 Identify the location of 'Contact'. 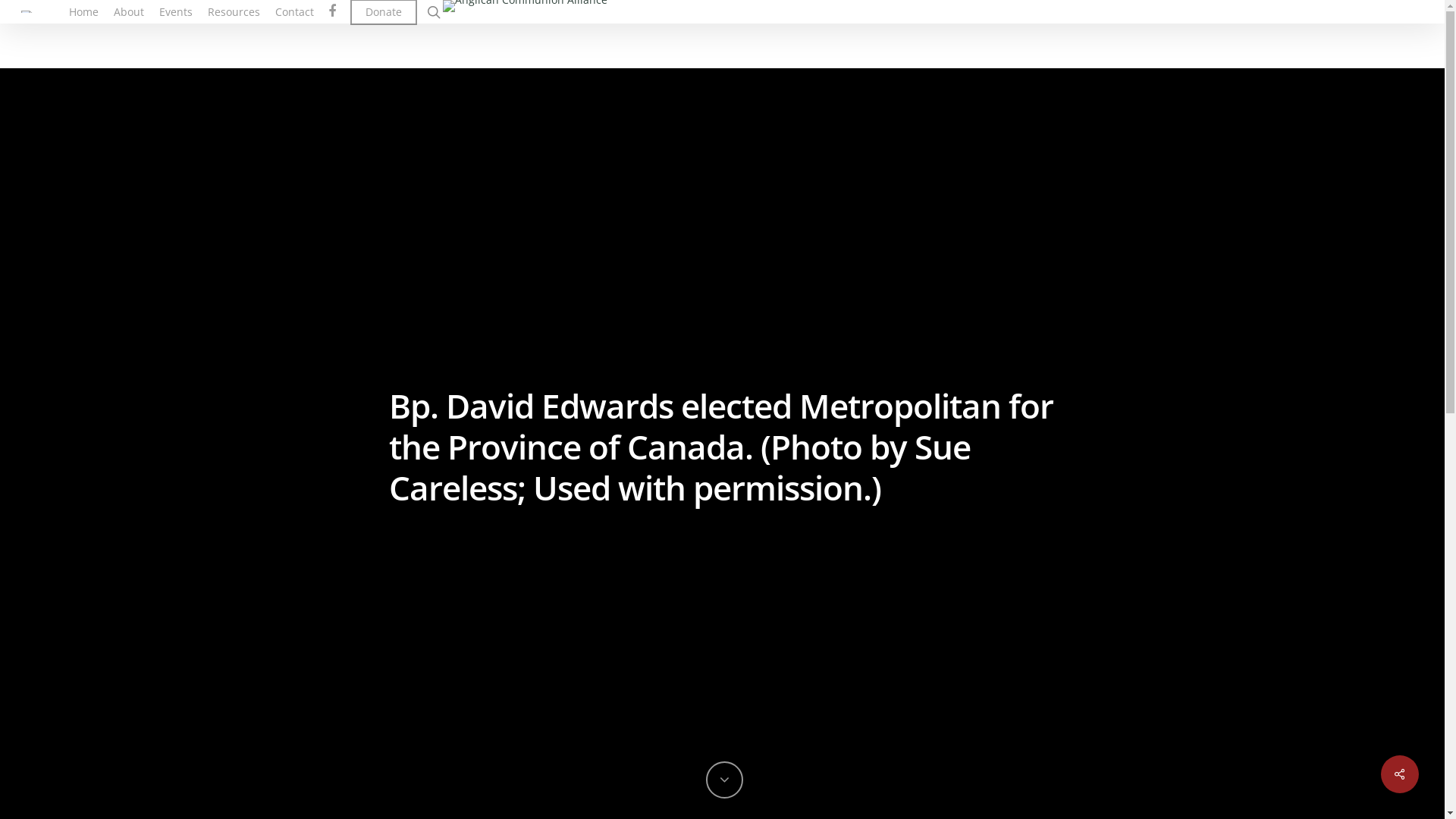
(294, 11).